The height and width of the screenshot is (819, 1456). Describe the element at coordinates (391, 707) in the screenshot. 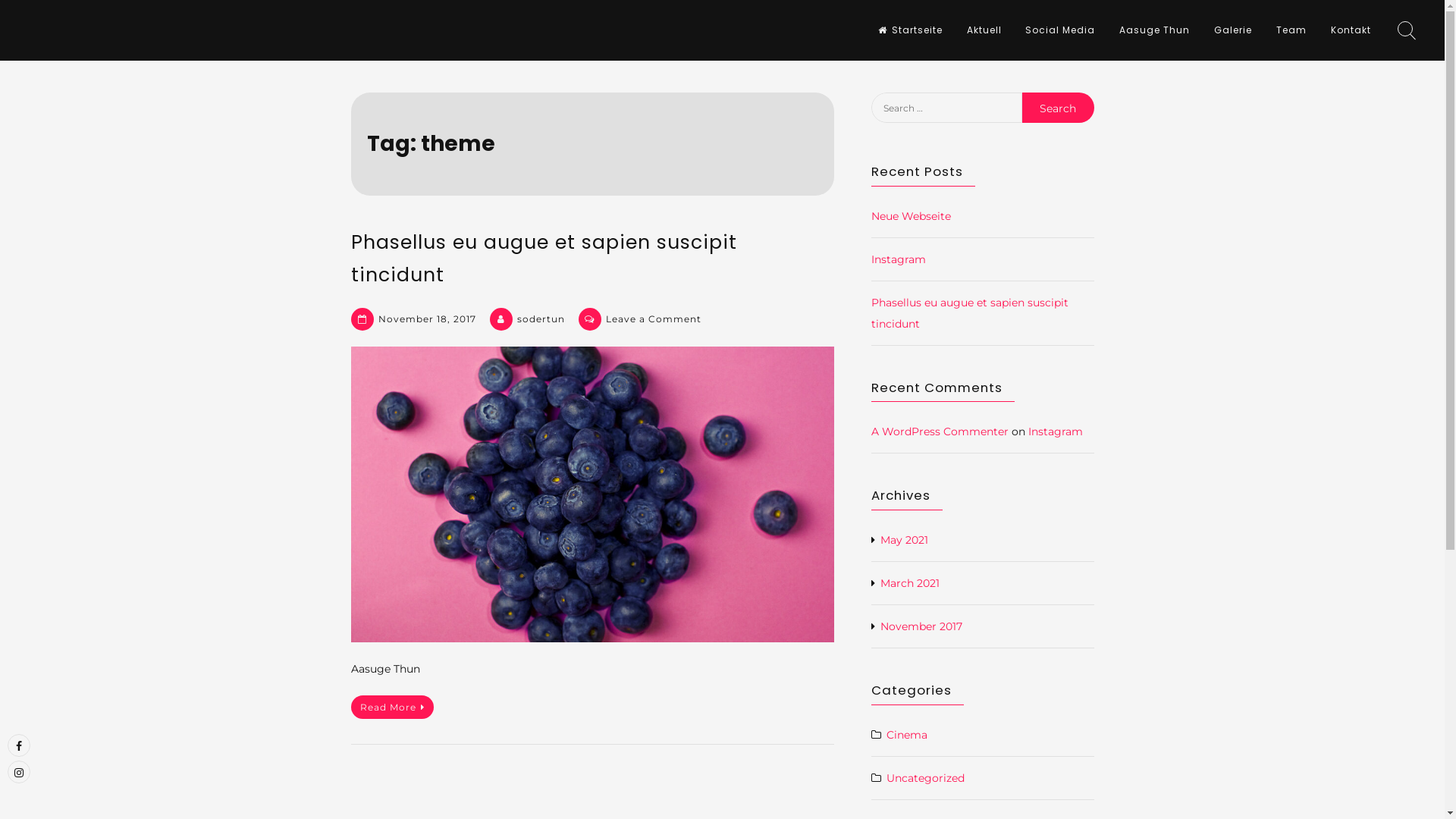

I see `'Read More'` at that location.